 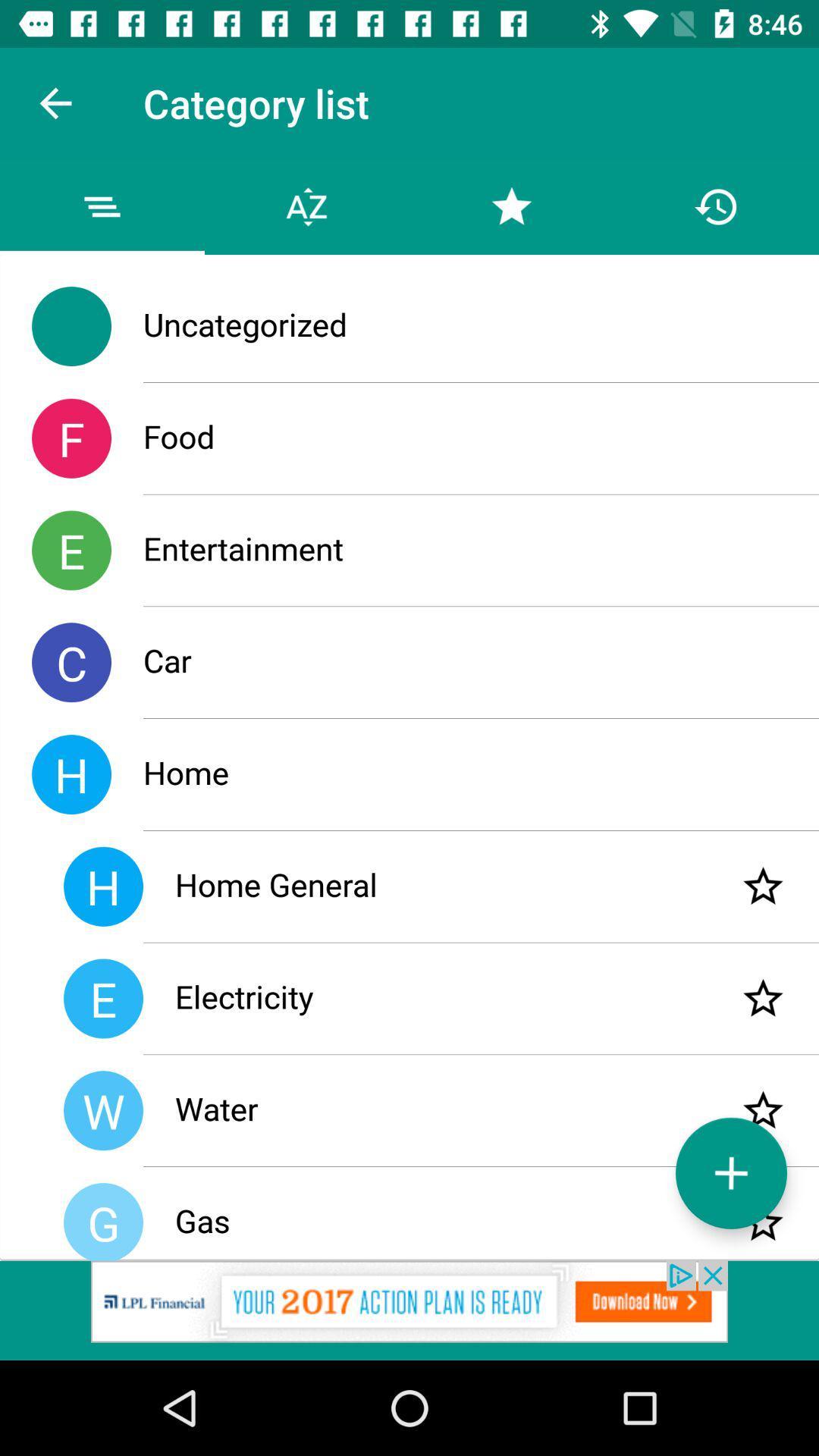 I want to click on favorite, so click(x=763, y=886).